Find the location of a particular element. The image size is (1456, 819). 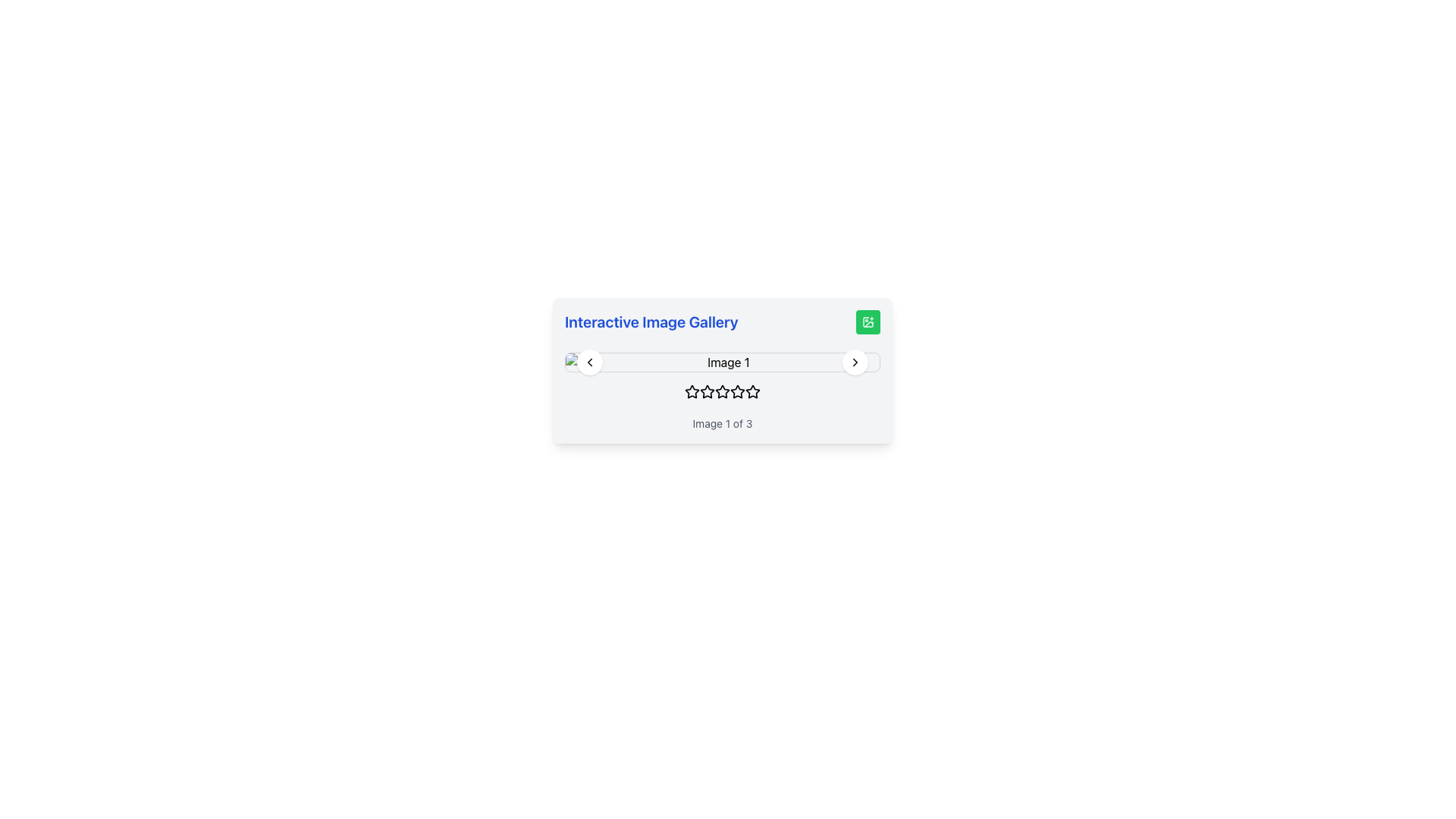

the forward navigation button icon in the Interactive Image Gallery is located at coordinates (855, 362).